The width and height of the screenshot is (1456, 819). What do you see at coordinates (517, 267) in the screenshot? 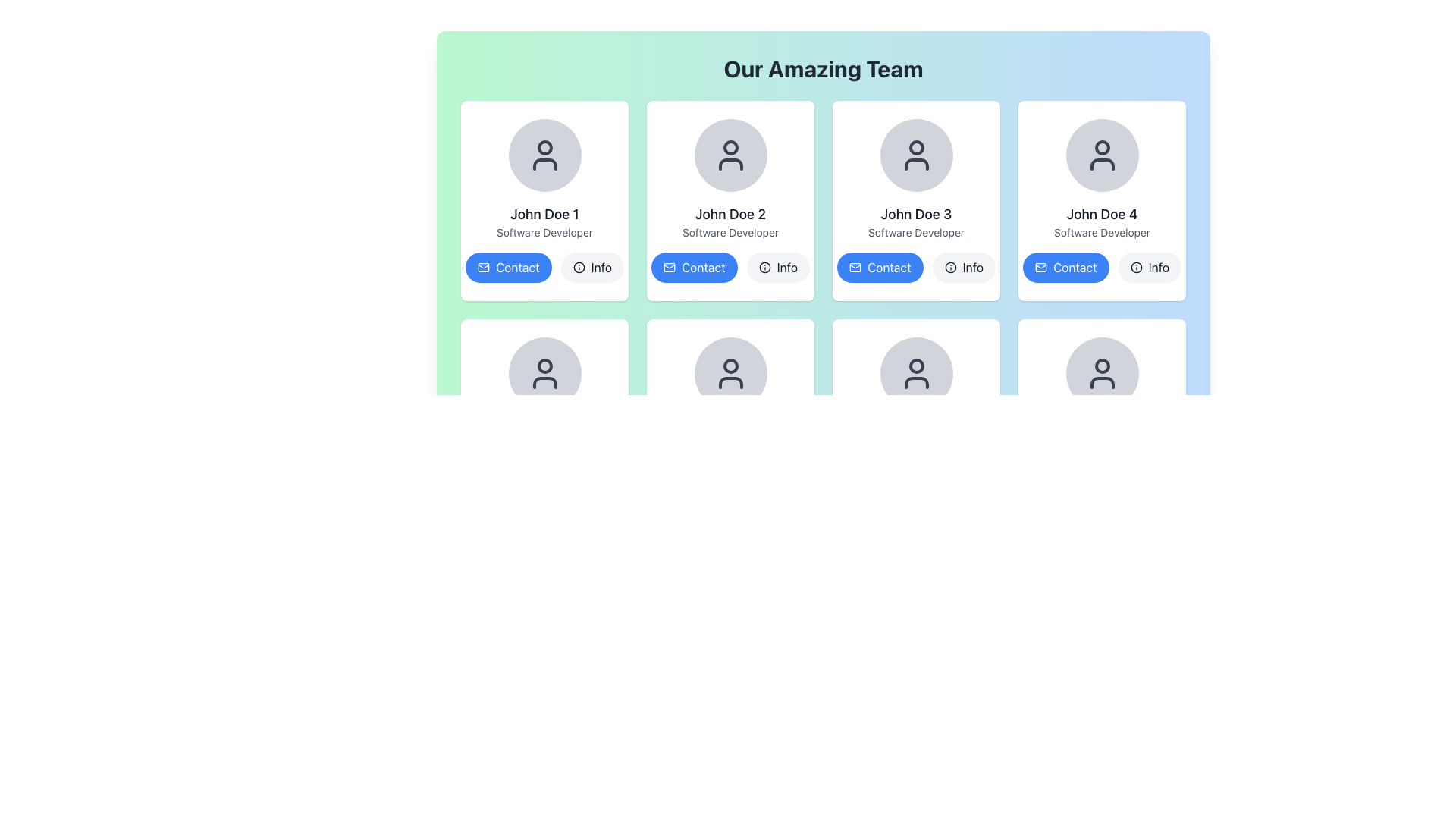
I see `the contact button for the profile labeled 'John Doe 1'` at bounding box center [517, 267].